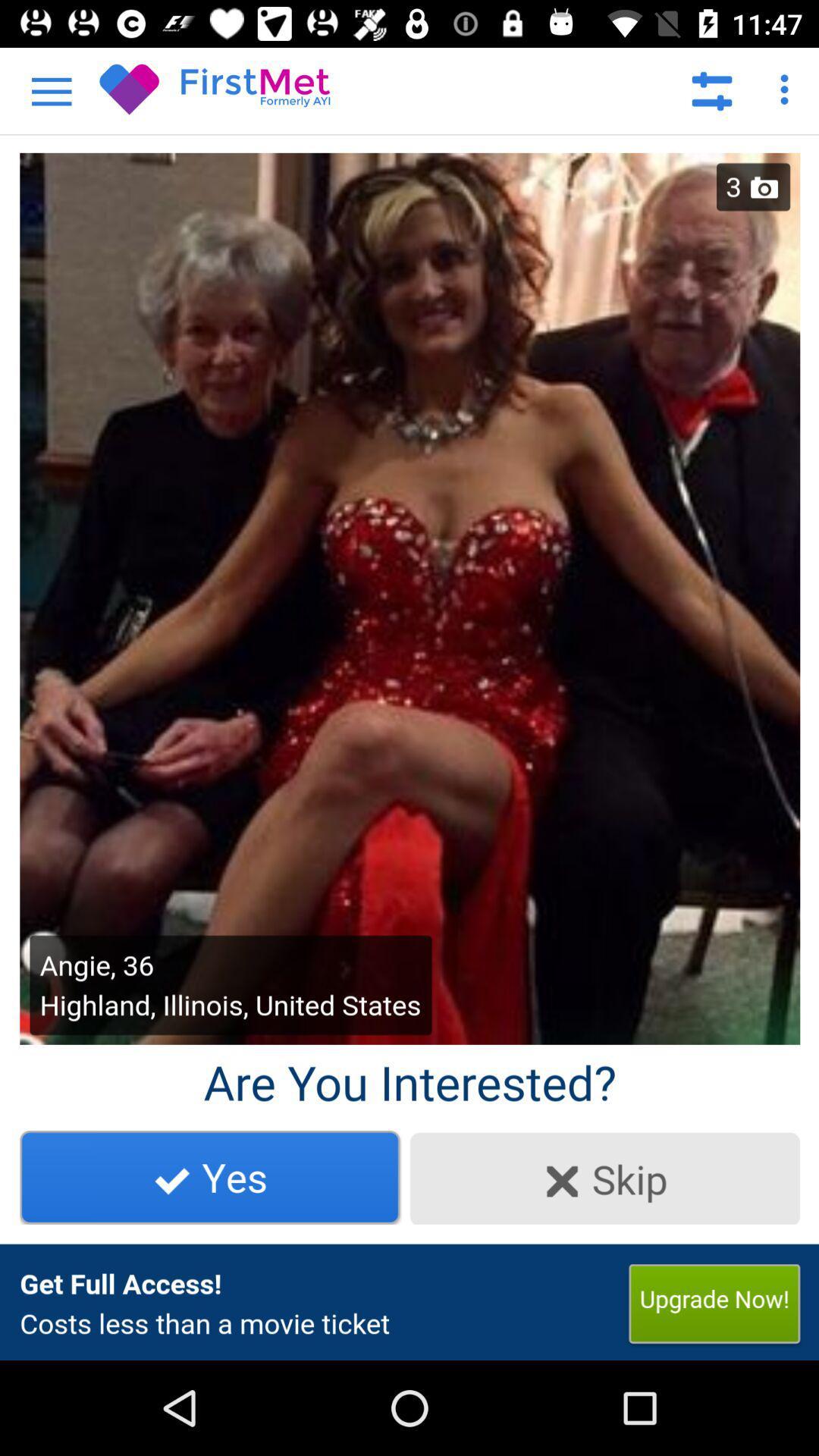 The height and width of the screenshot is (1456, 819). I want to click on the menu icon, so click(29, 81).